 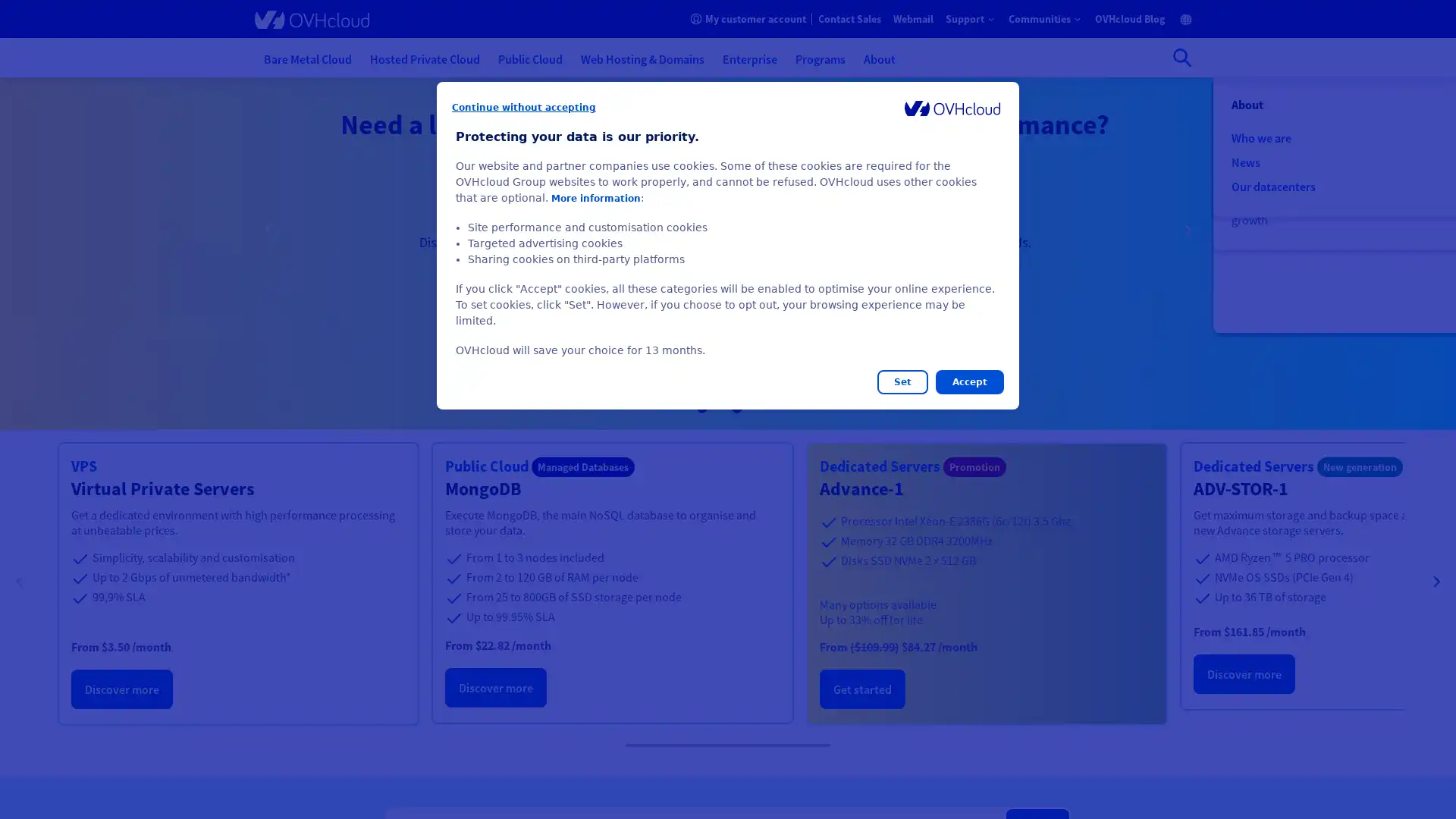 I want to click on Accept, so click(x=968, y=381).